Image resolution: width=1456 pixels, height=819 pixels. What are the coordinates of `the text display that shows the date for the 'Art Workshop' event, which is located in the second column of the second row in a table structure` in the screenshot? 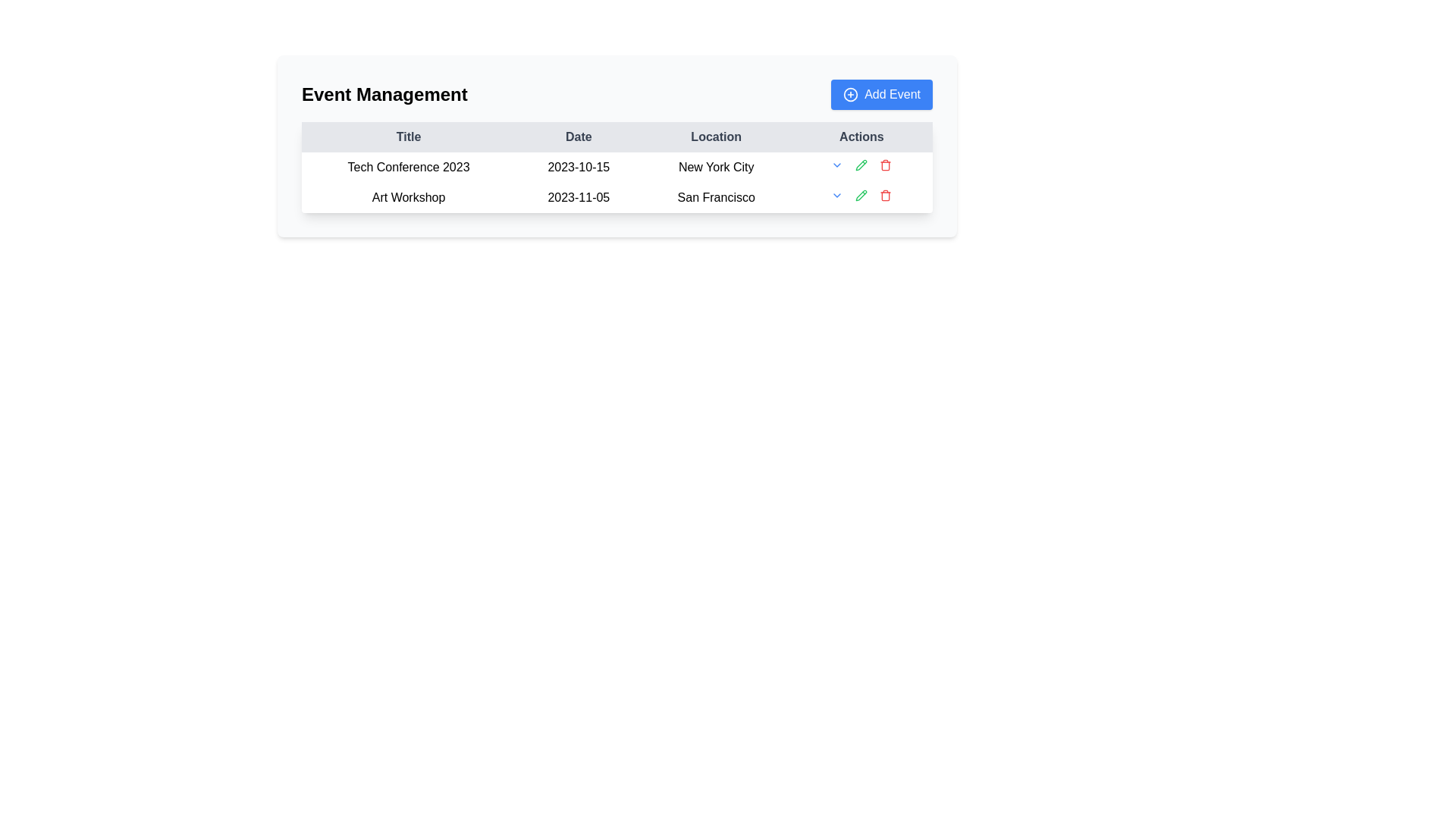 It's located at (578, 197).